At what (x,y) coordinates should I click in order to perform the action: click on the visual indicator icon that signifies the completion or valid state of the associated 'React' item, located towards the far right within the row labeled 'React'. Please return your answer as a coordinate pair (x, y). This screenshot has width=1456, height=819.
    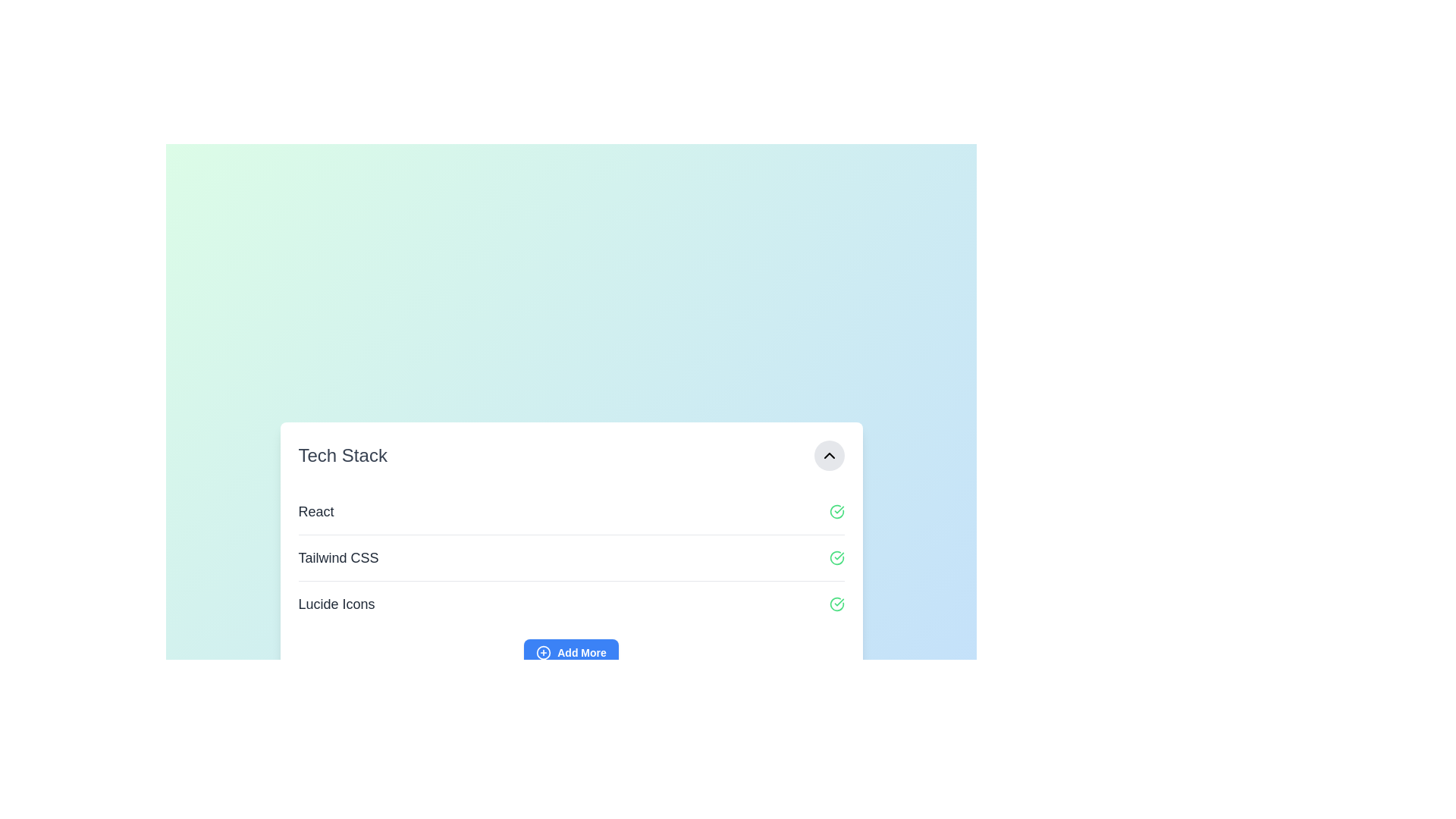
    Looking at the image, I should click on (836, 512).